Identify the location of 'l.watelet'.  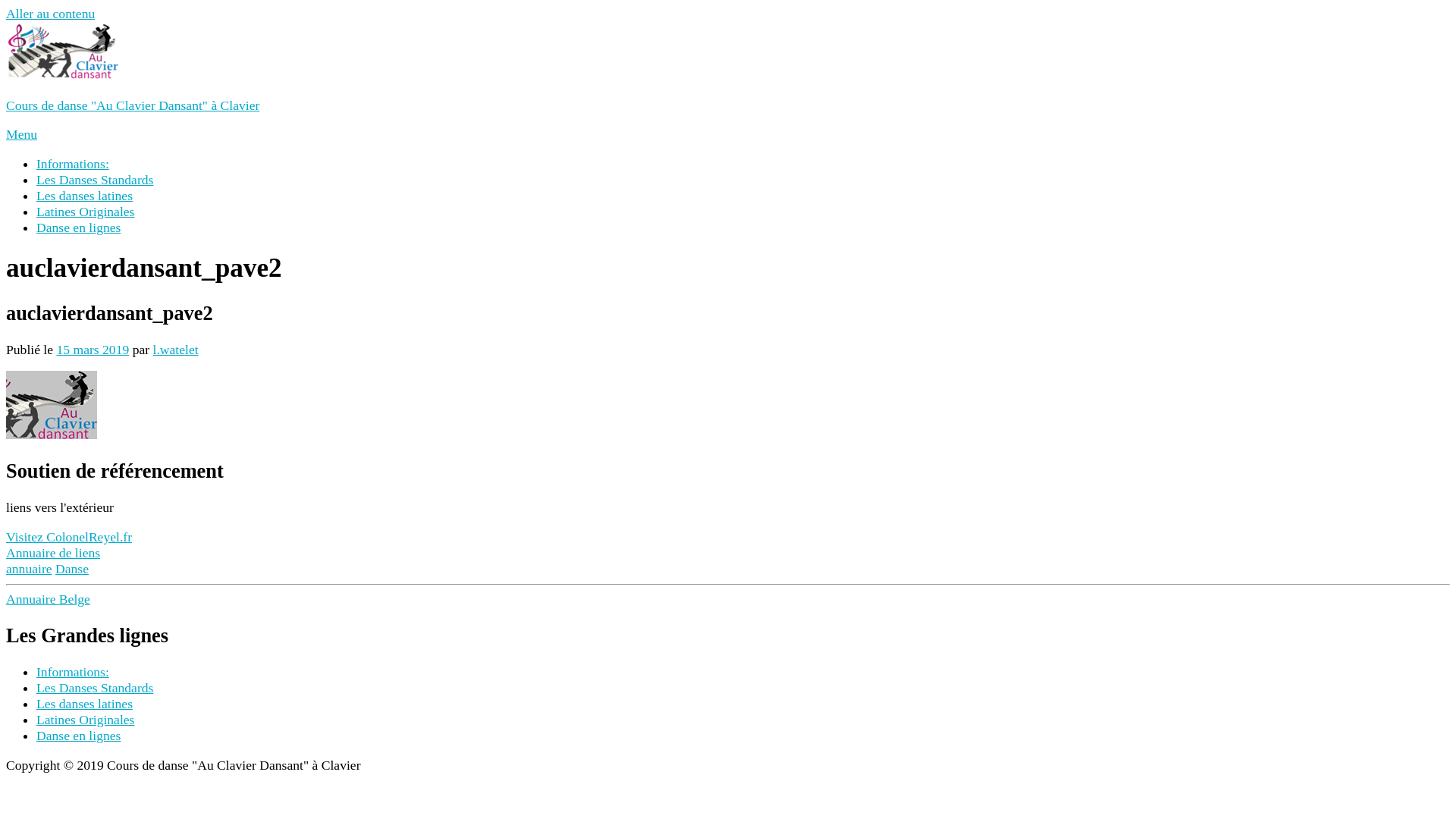
(175, 350).